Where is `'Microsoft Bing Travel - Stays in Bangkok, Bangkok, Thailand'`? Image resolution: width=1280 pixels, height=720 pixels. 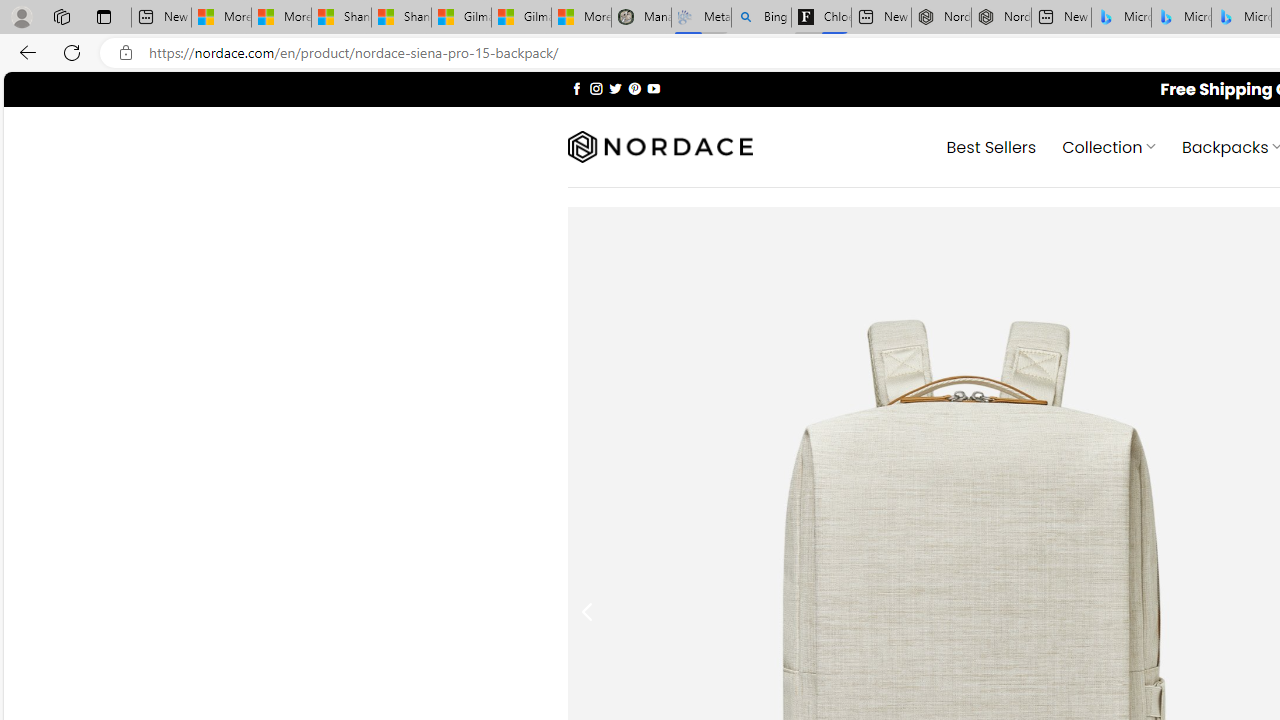
'Microsoft Bing Travel - Stays in Bangkok, Bangkok, Thailand' is located at coordinates (1181, 17).